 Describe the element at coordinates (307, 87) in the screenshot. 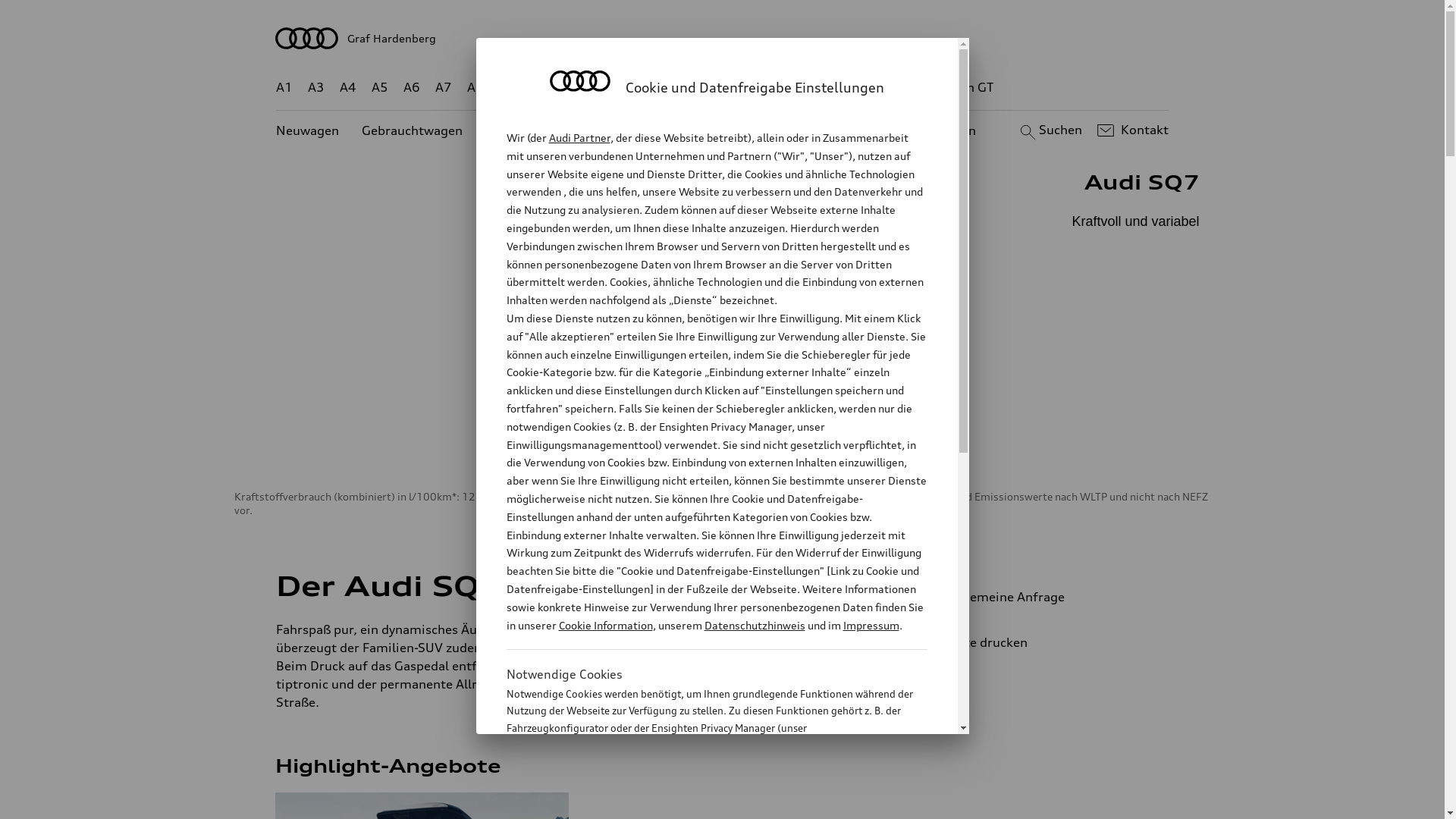

I see `'A3'` at that location.